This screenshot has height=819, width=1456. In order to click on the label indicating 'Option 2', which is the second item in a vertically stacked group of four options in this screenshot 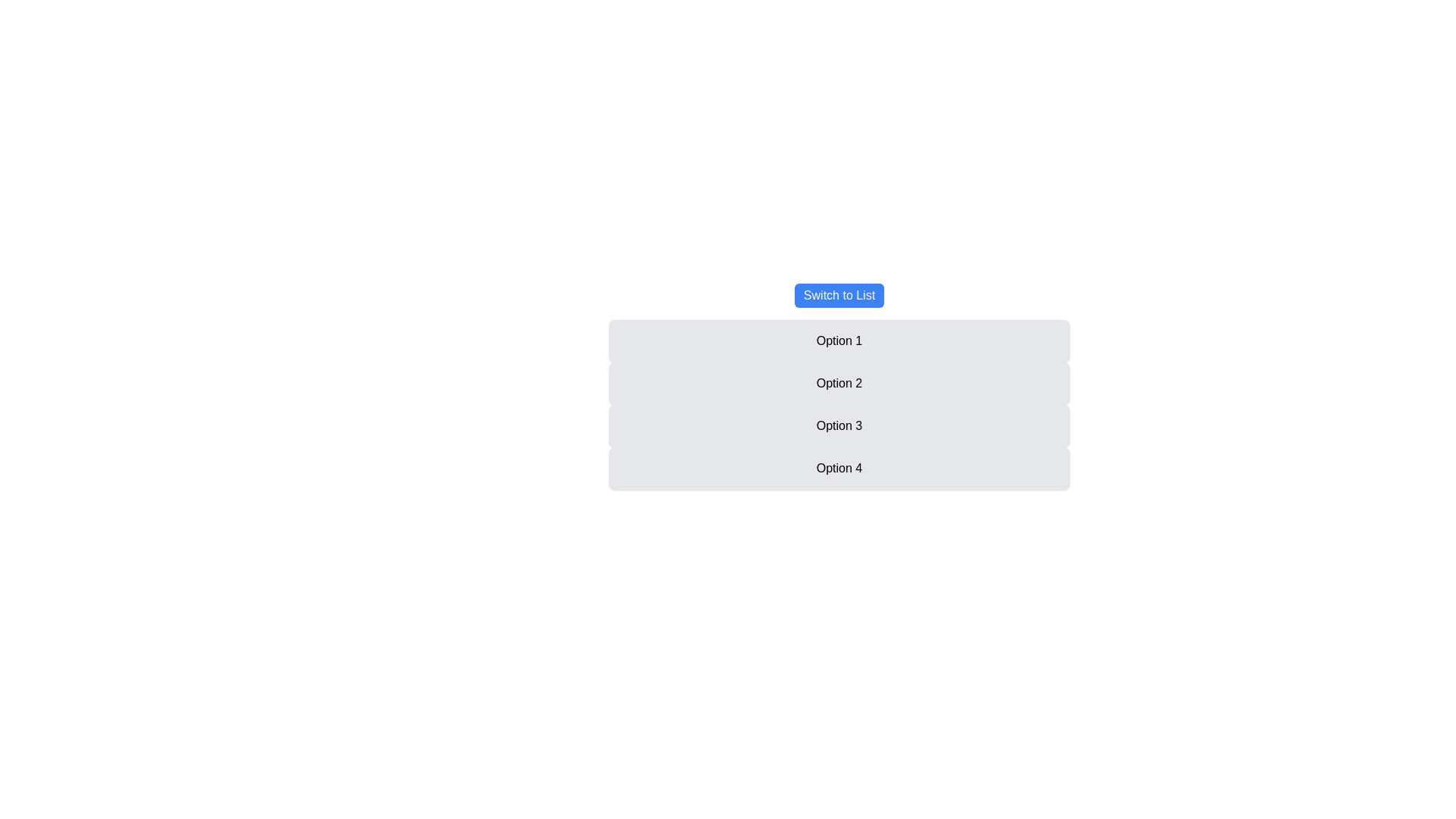, I will do `click(839, 382)`.